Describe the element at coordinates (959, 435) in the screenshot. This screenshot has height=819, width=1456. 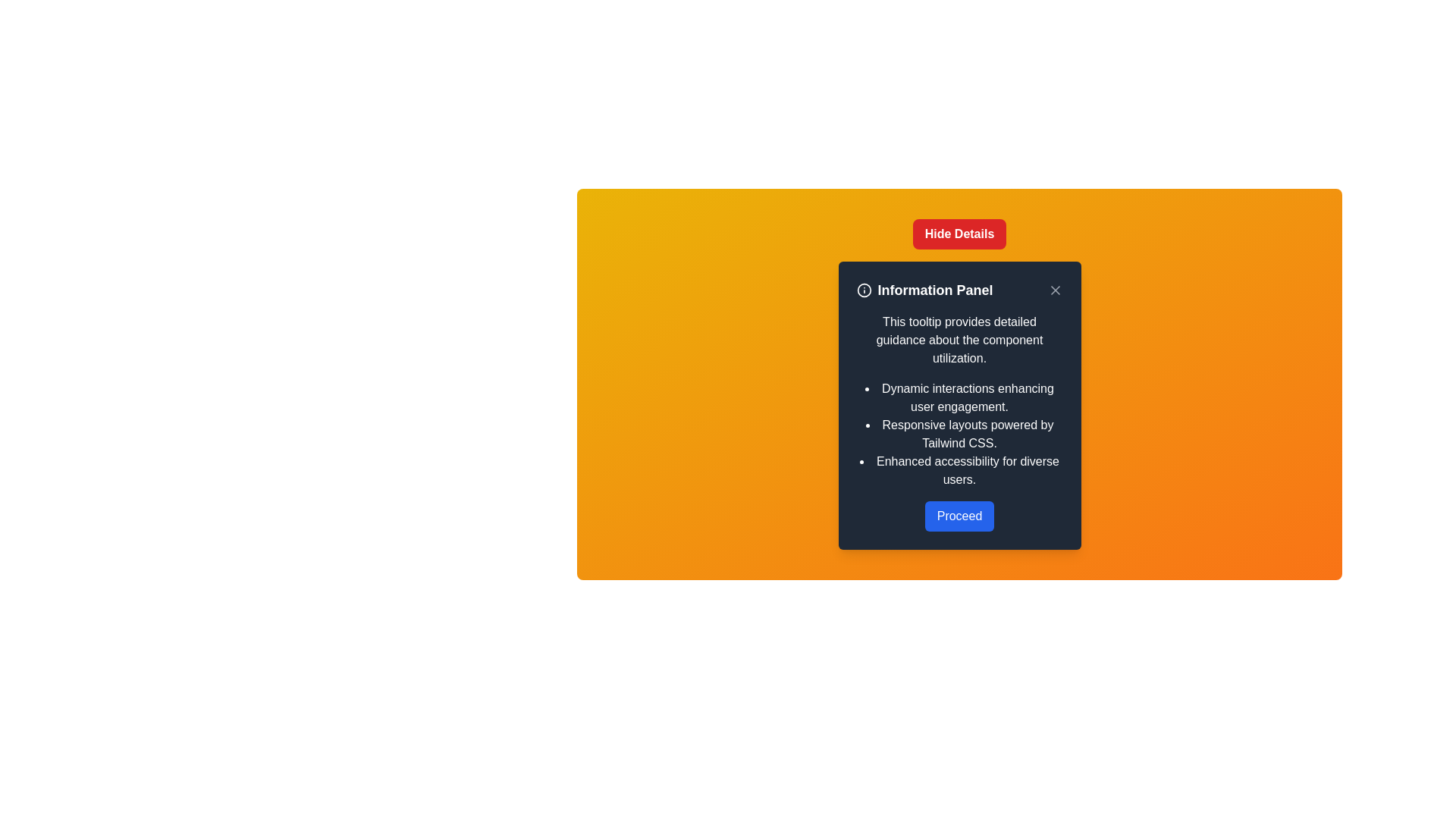
I see `text content describing 'Responsive layouts powered by Tailwind CSS.' from the second item in the bulleted list within the information panel` at that location.